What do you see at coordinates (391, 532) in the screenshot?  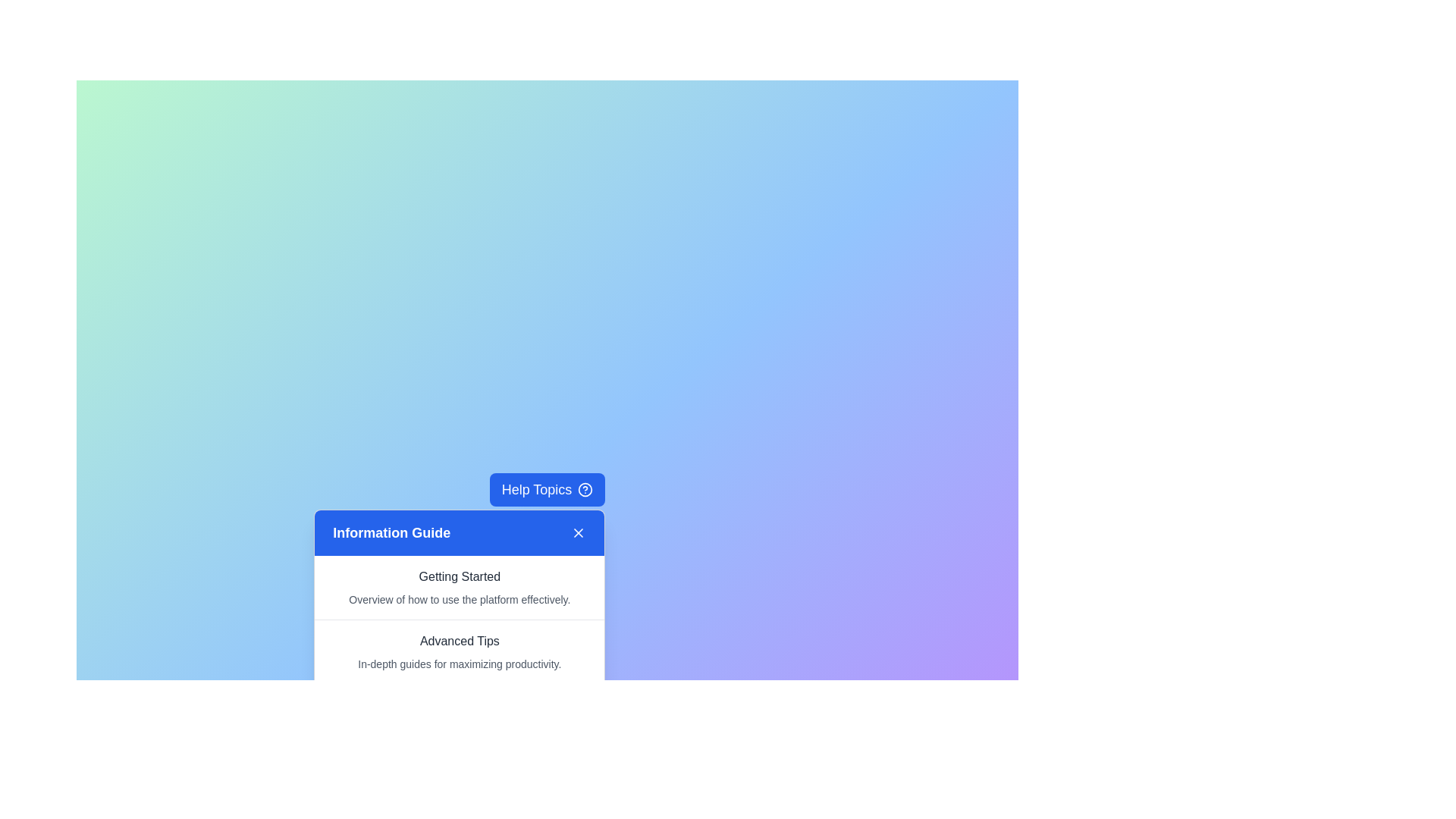 I see `the text label 'Information Guide', which is styled in a bold, large-sized font in white color on a blue background, positioned at the top of a dropdown-like module` at bounding box center [391, 532].